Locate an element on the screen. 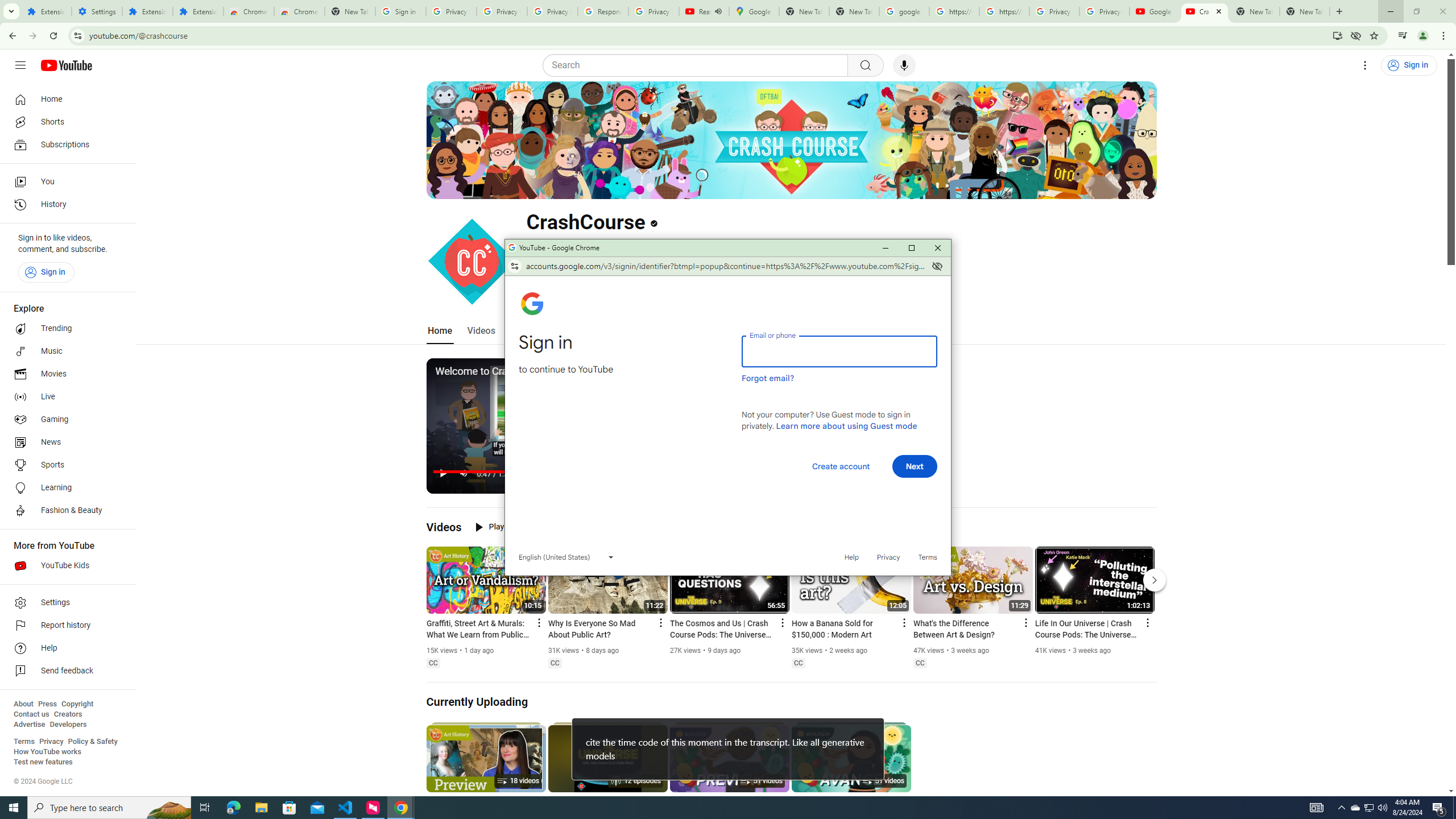 Image resolution: width=1456 pixels, height=819 pixels. 'https://scholar.google.com/' is located at coordinates (954, 11).